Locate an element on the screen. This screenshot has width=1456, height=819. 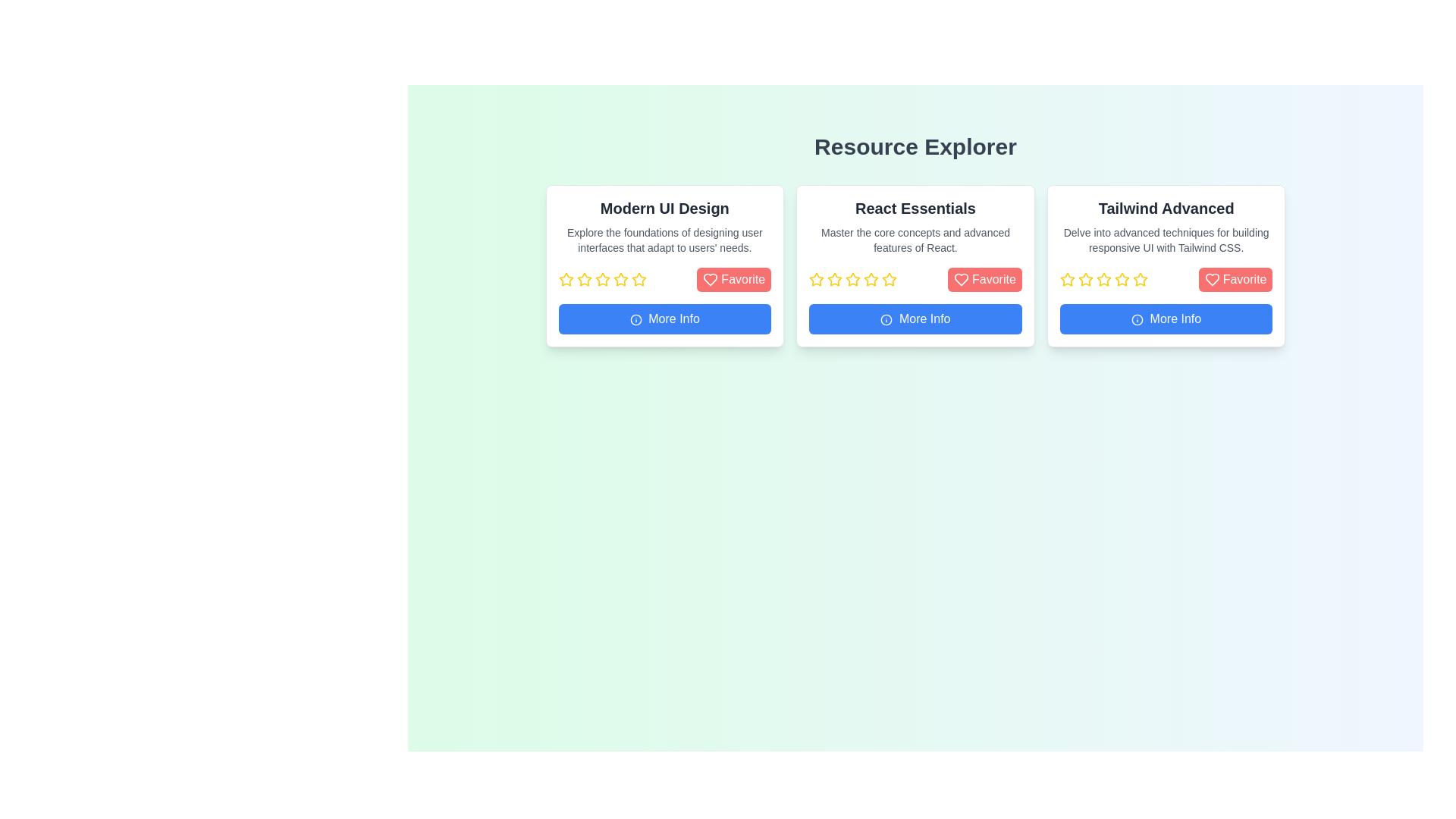
the first star icon in the rating widget of the 'React Essentials' card is located at coordinates (816, 280).